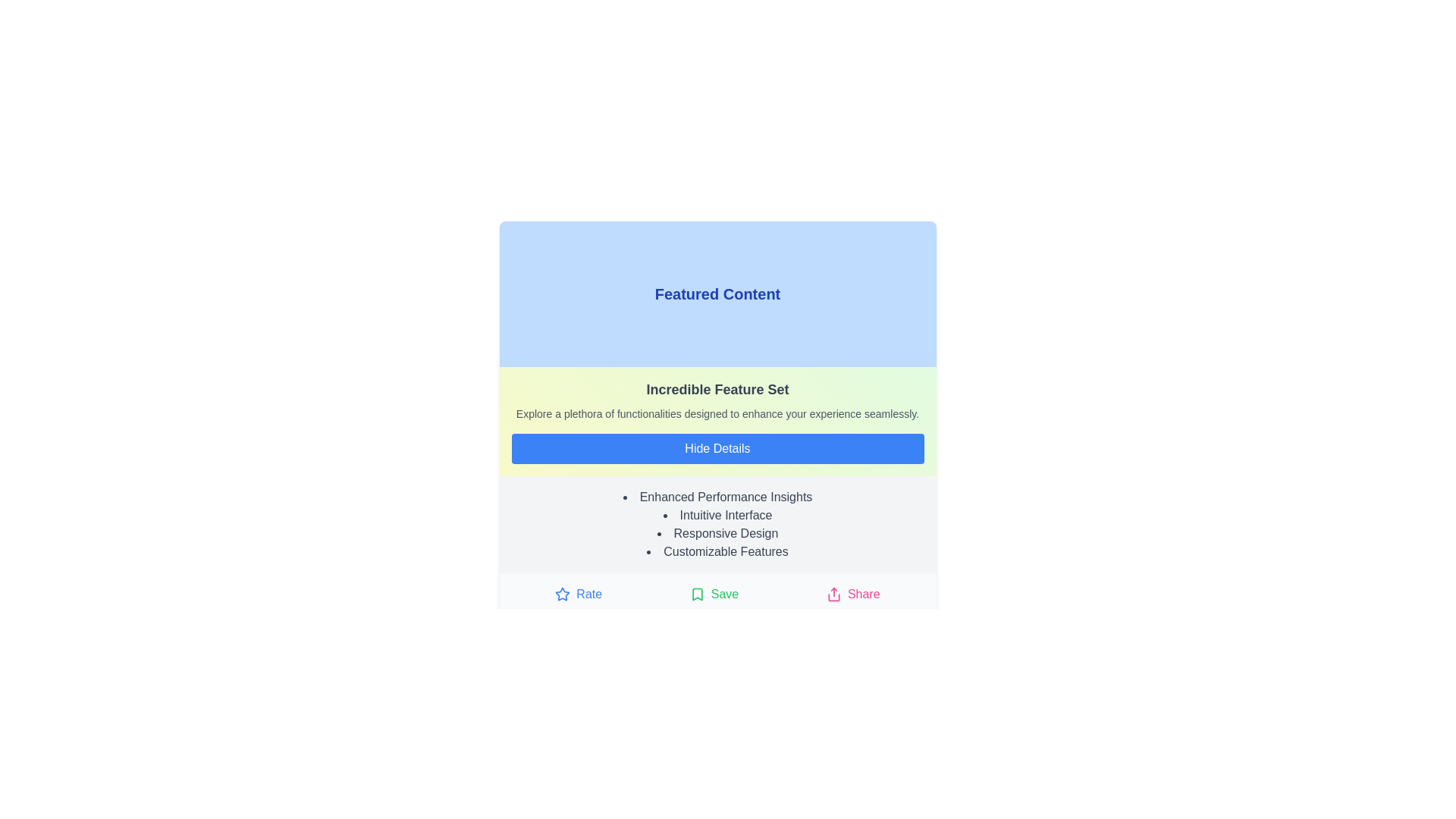 The width and height of the screenshot is (1456, 819). I want to click on the star-shaped icon with a hollow center and blue outline, which is positioned next to the 'Rate' text label in the rating interface, so click(562, 593).